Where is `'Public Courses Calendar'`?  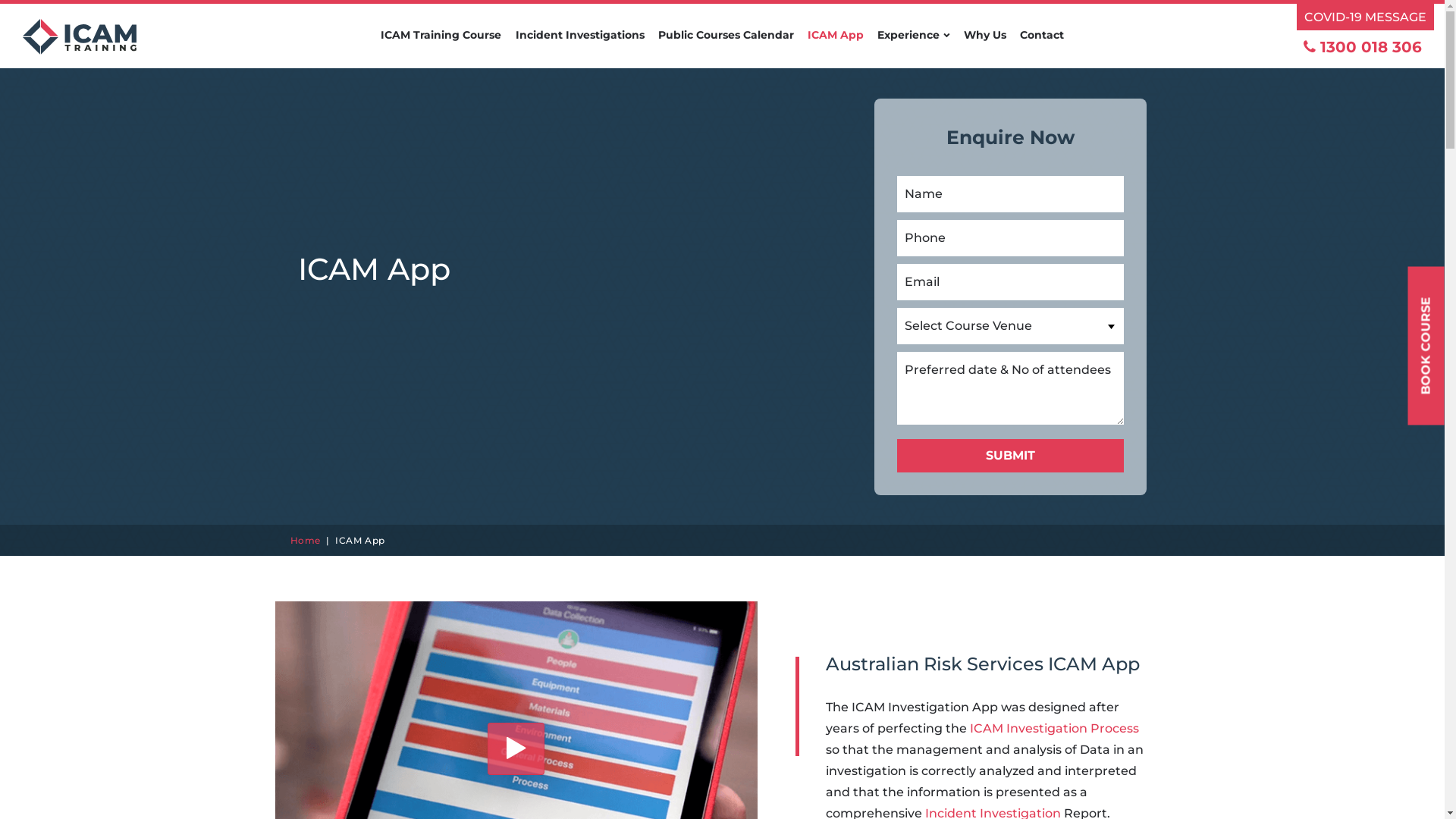
'Public Courses Calendar' is located at coordinates (725, 45).